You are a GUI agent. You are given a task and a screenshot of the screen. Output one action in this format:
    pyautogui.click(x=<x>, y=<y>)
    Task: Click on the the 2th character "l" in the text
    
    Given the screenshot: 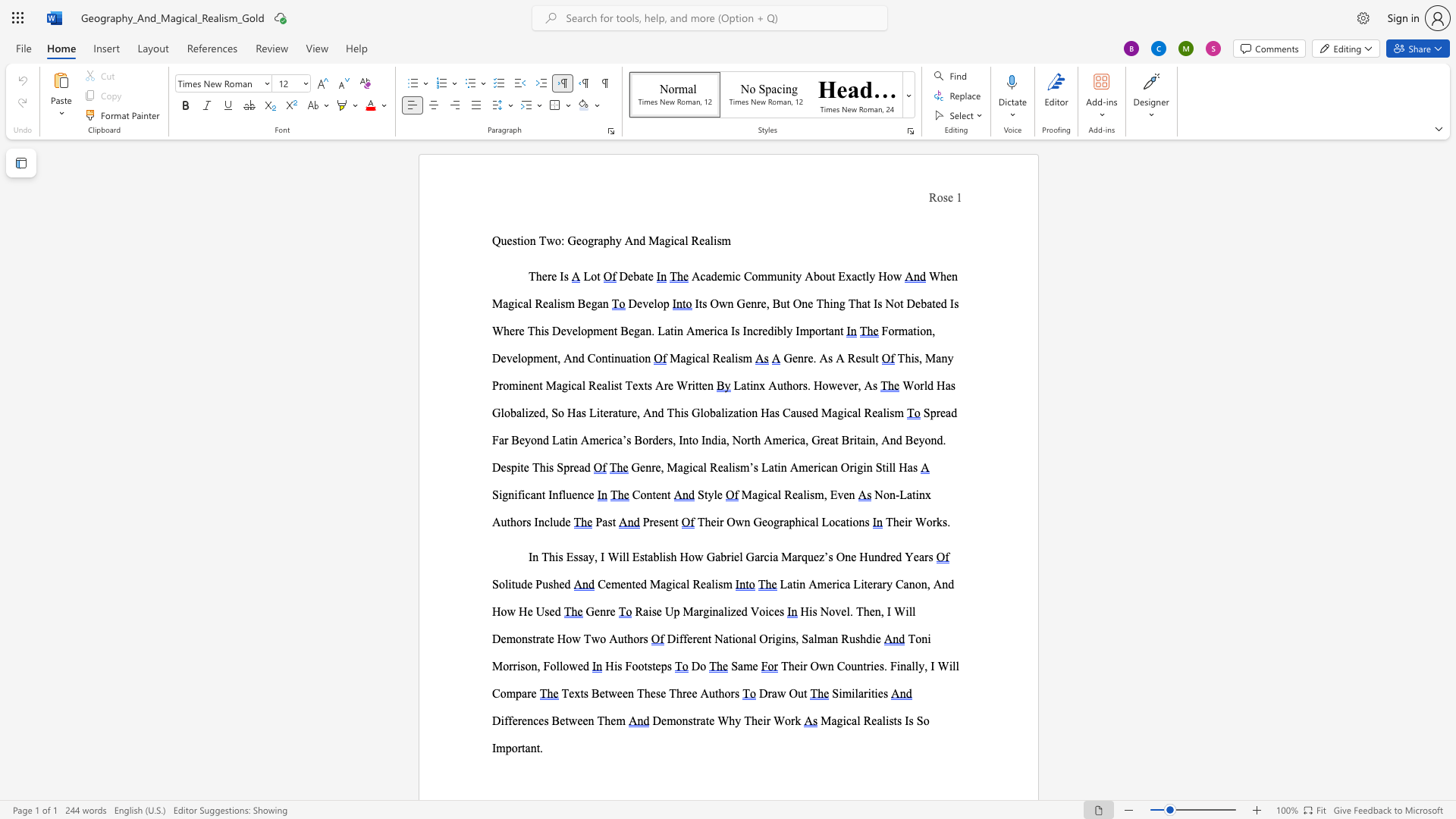 What is the action you would take?
    pyautogui.click(x=804, y=494)
    